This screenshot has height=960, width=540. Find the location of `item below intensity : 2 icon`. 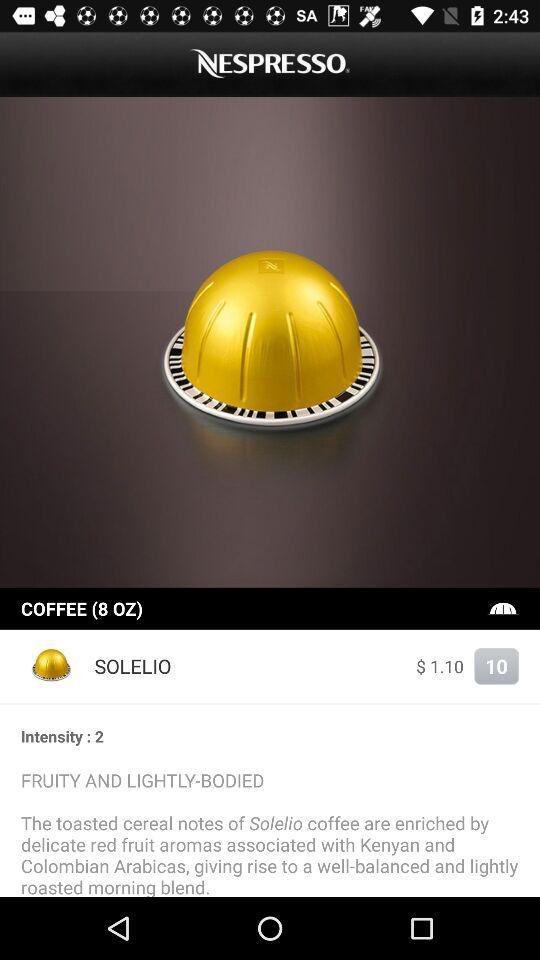

item below intensity : 2 icon is located at coordinates (270, 832).